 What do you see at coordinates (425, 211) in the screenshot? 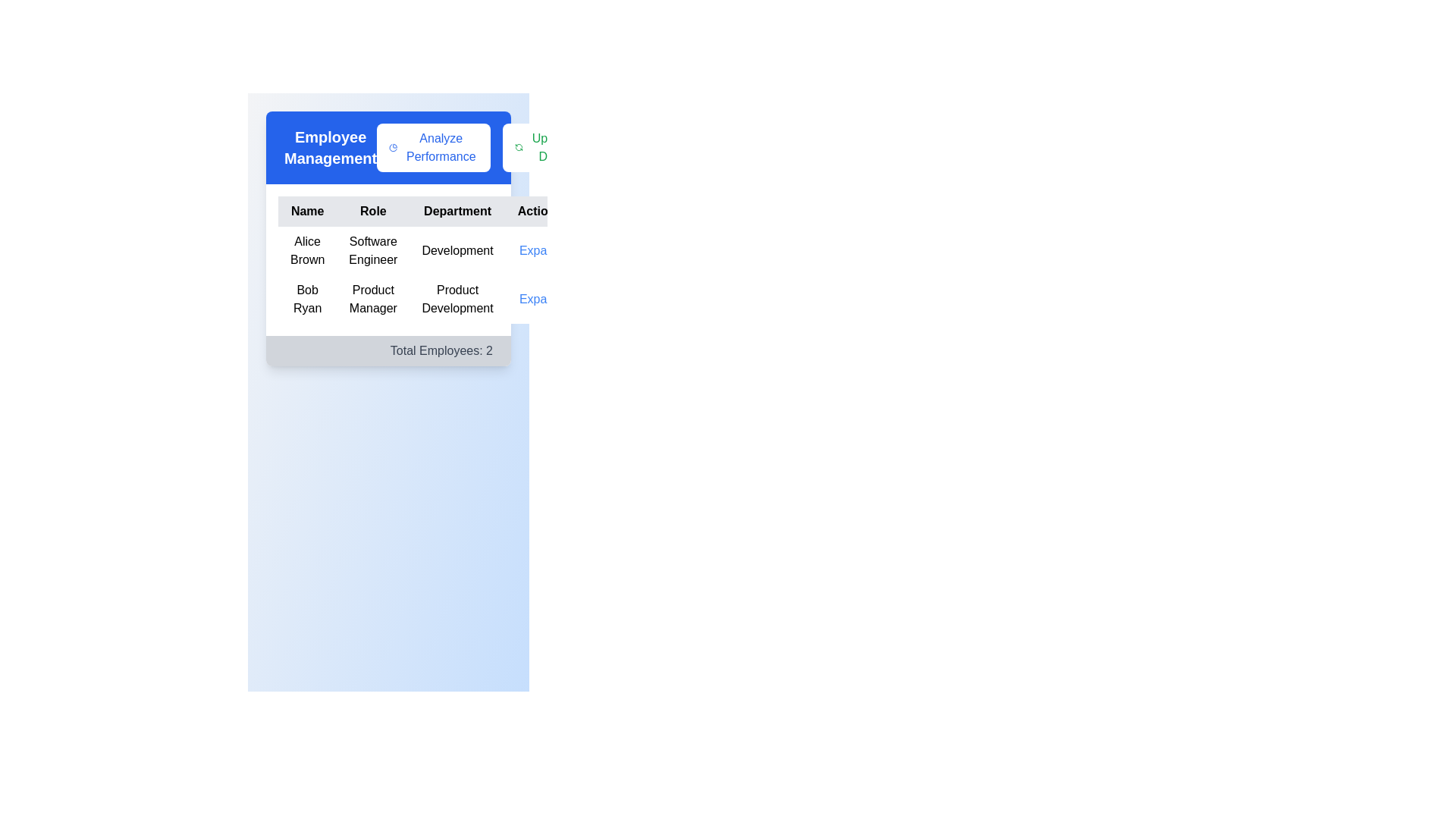
I see `the gray header row of the table containing the labels 'Name', 'Role', 'Department', and 'Actions'` at bounding box center [425, 211].